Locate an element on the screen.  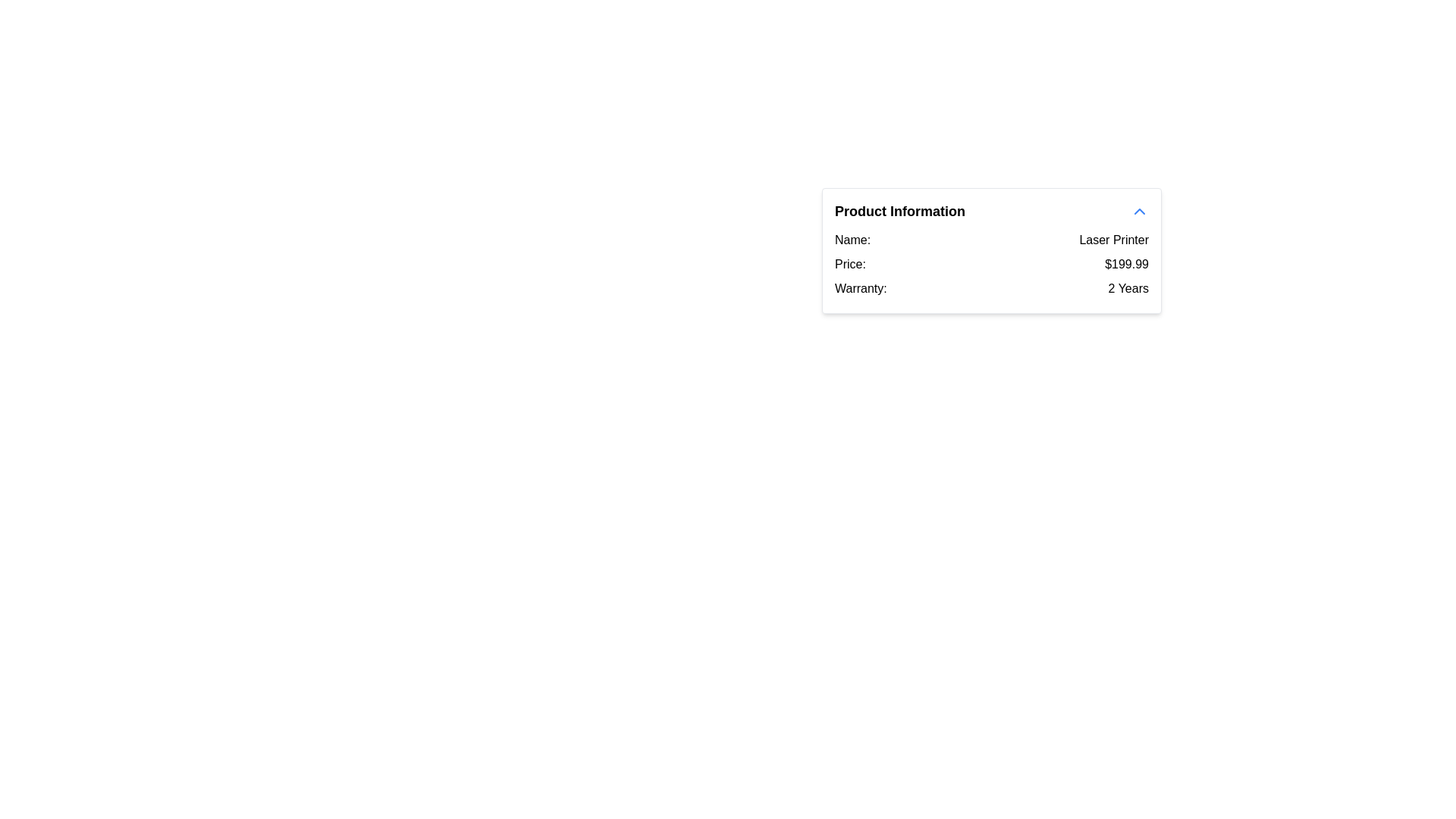
the upward-pointing blue chevron icon located at the rightmost end of the 'Product Information' header is located at coordinates (1139, 211).